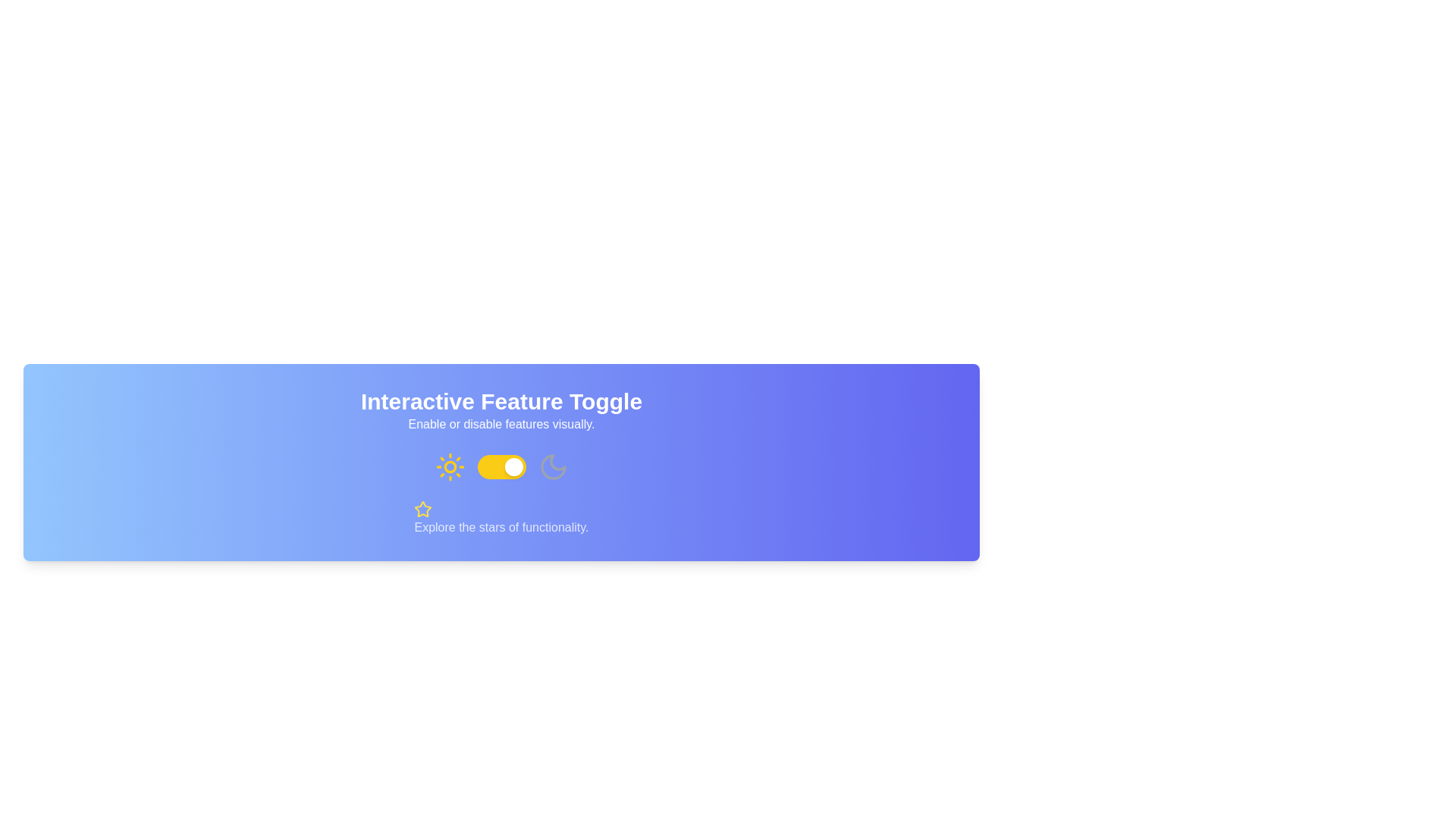 This screenshot has height=819, width=1456. I want to click on the text block titled 'Interactive Feature Toggle', so click(501, 411).